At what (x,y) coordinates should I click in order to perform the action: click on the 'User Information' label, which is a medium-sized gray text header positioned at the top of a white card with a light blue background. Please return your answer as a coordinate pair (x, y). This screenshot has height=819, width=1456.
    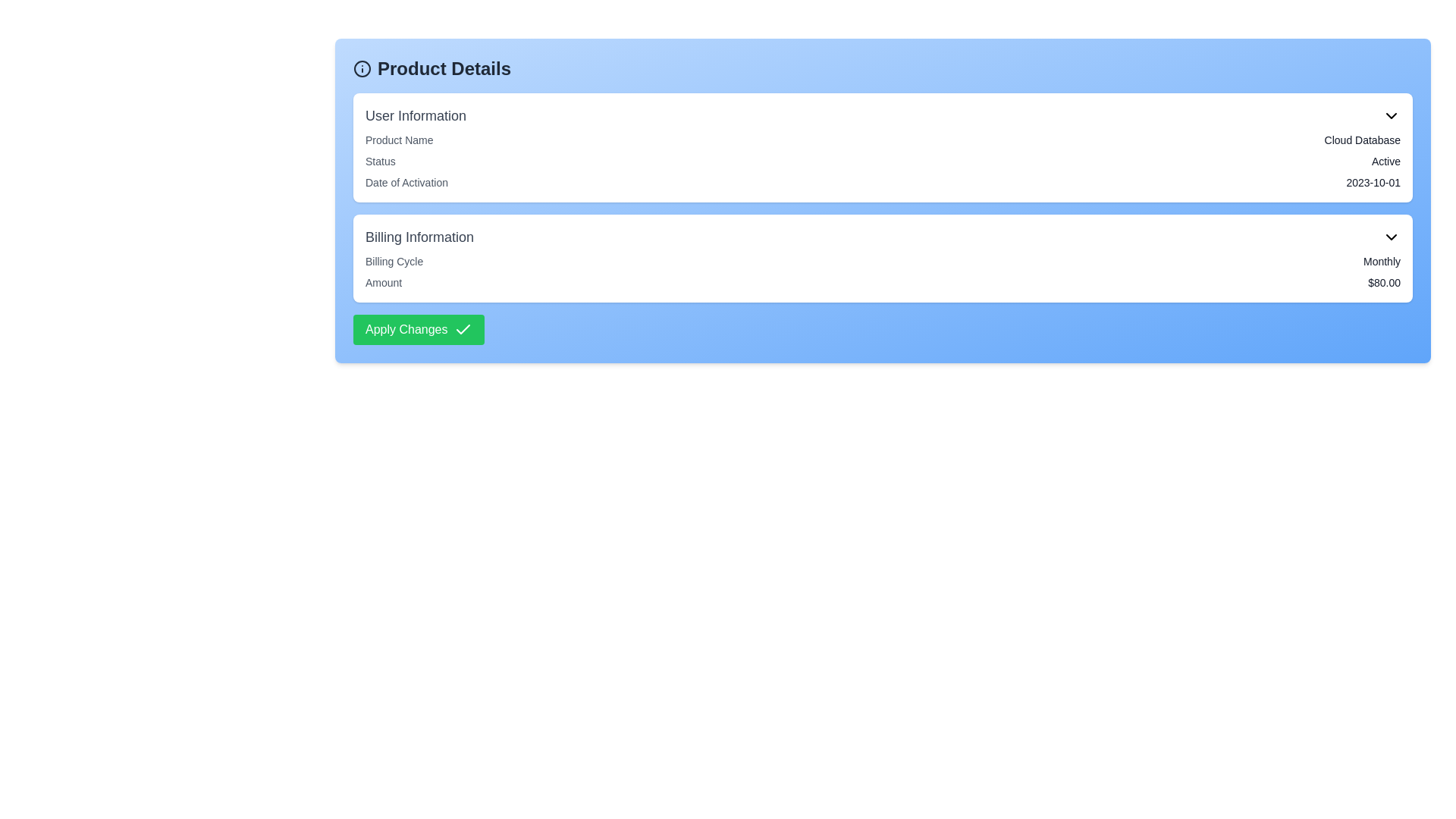
    Looking at the image, I should click on (416, 115).